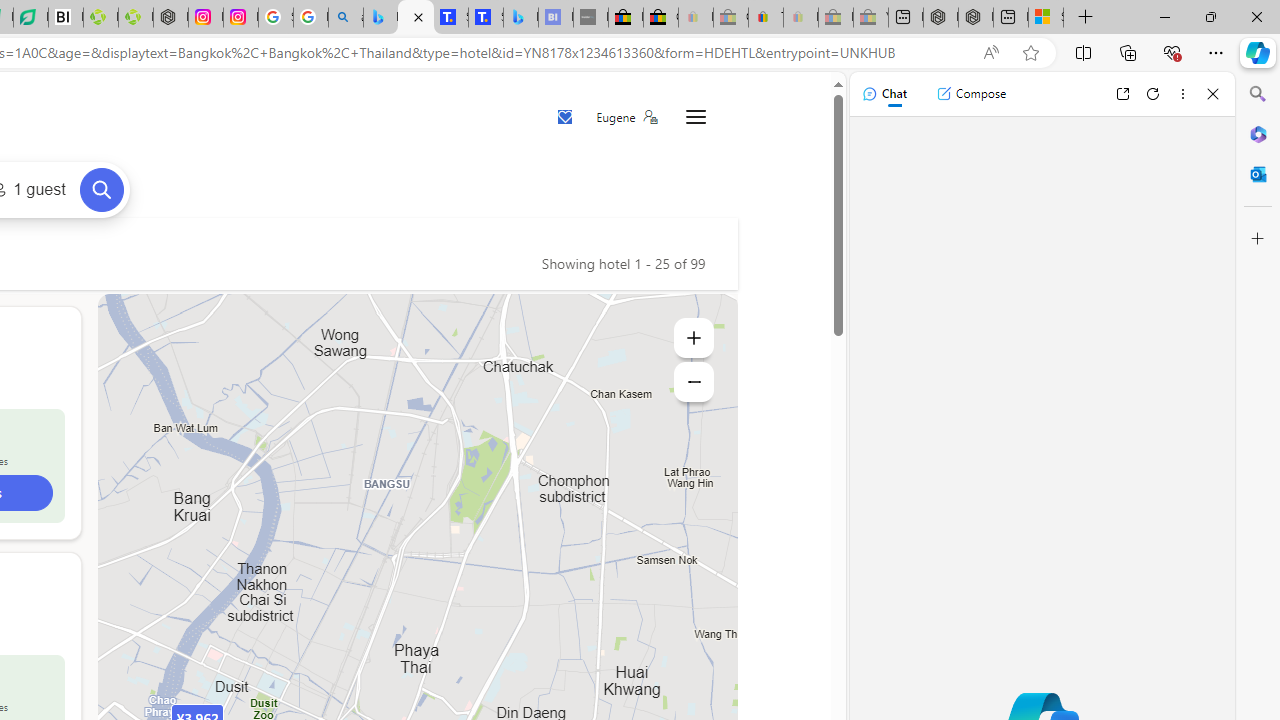 Image resolution: width=1280 pixels, height=720 pixels. I want to click on 'alabama high school quarterback dies - Search', so click(346, 17).